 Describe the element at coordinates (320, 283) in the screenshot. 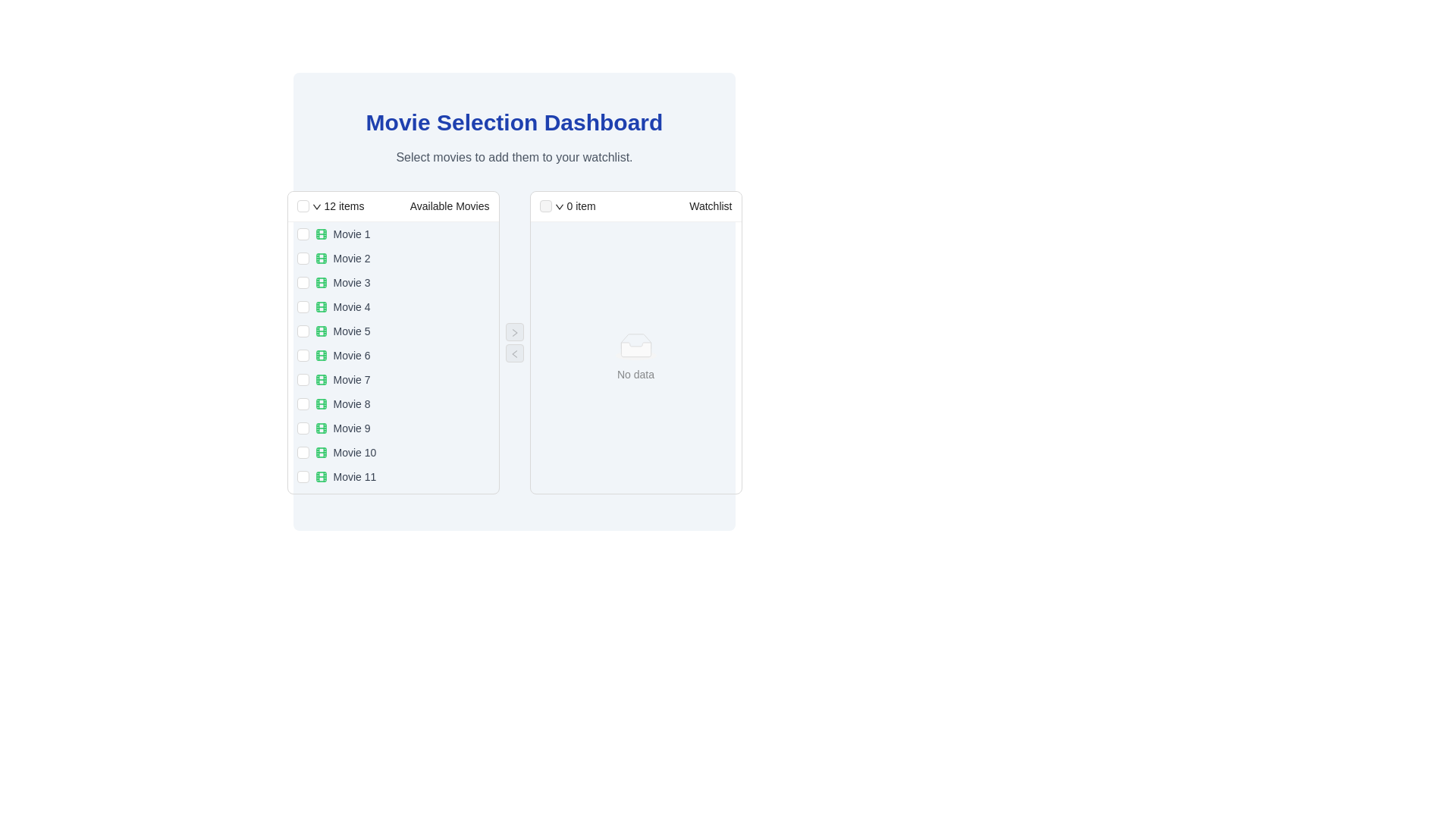

I see `the icon associated with the list item 'Movie 3' in the 'Available Movies' section` at that location.